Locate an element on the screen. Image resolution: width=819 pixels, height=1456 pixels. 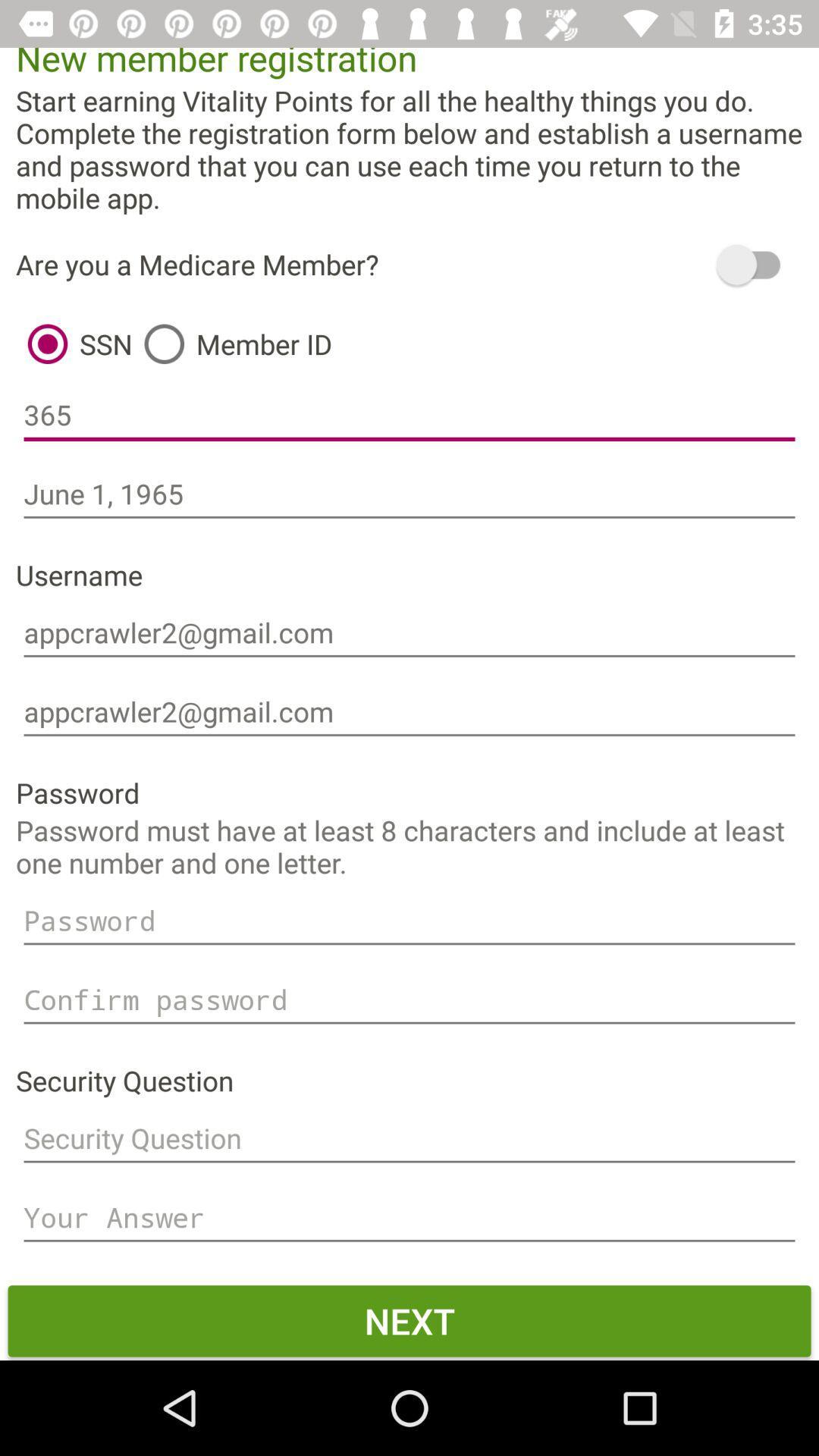
security question answer is located at coordinates (409, 1218).